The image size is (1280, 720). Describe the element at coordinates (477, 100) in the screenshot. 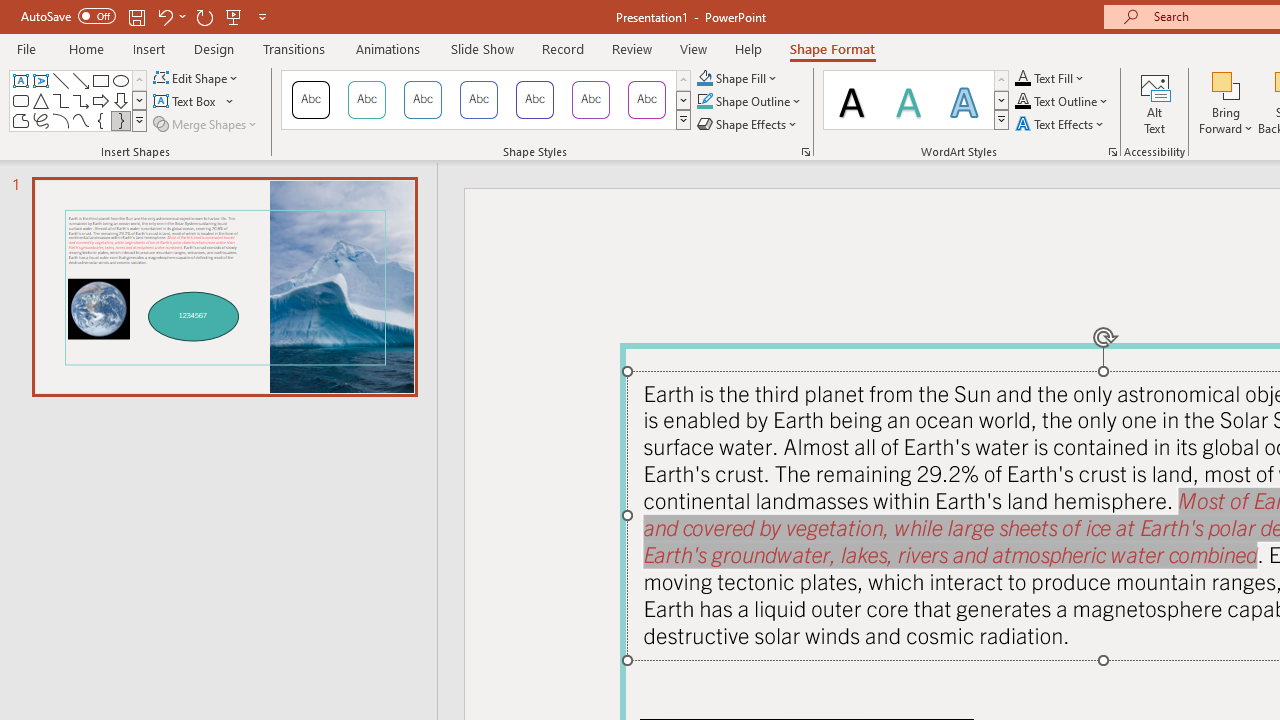

I see `'Colored Outline - Blue, Accent 3'` at that location.